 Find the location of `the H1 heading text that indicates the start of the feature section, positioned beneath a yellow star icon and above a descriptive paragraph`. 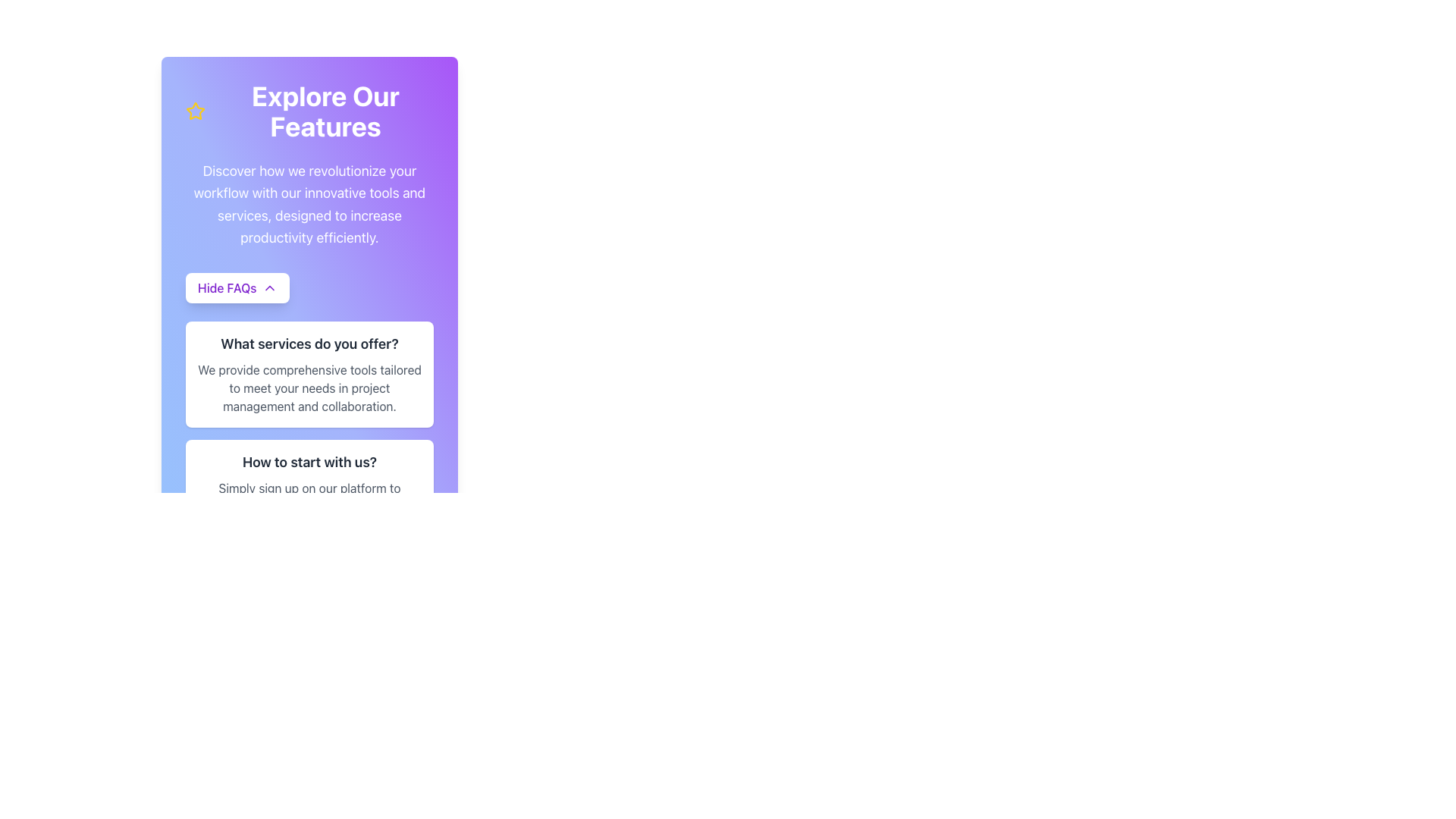

the H1 heading text that indicates the start of the feature section, positioned beneath a yellow star icon and above a descriptive paragraph is located at coordinates (325, 110).